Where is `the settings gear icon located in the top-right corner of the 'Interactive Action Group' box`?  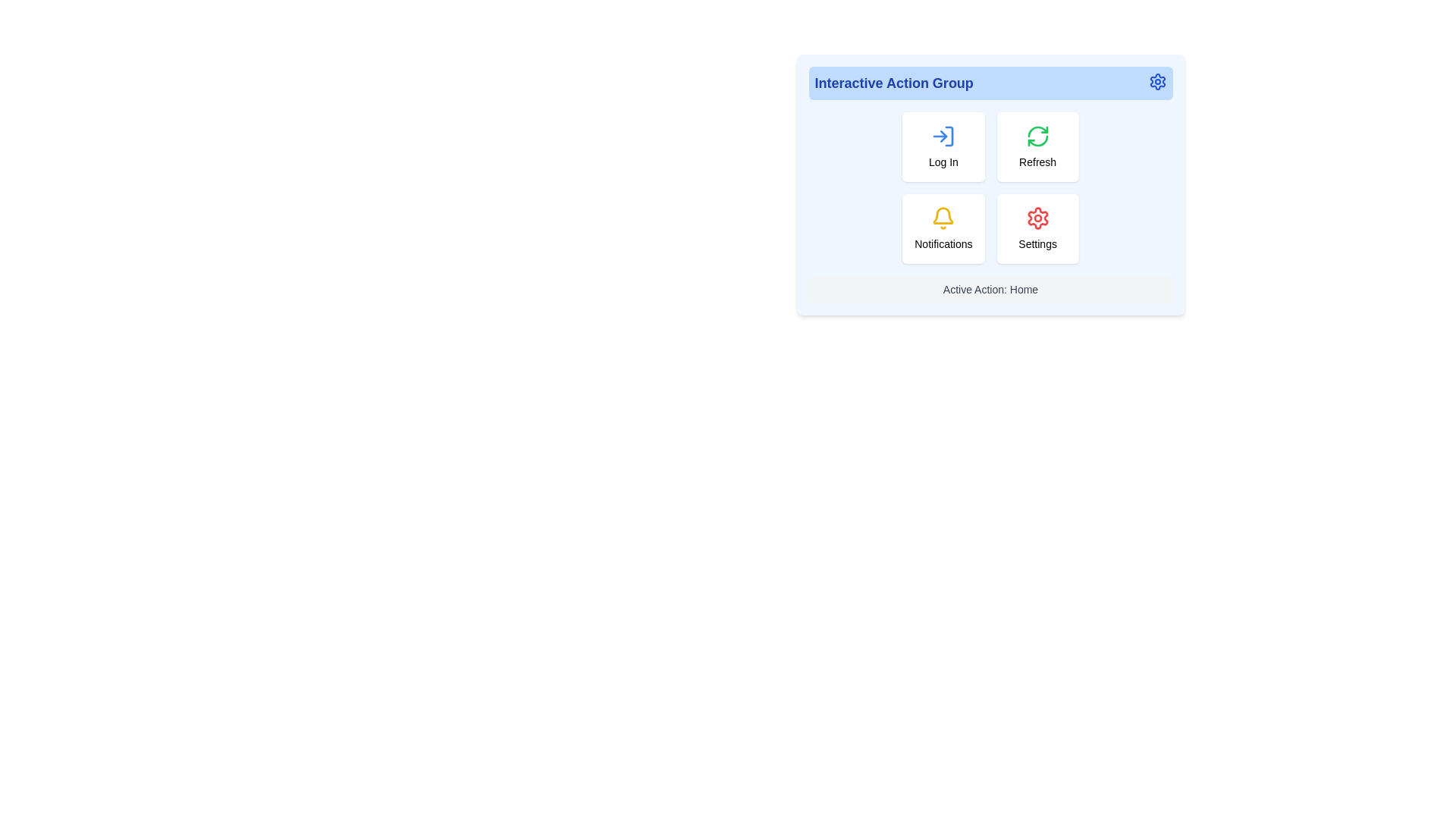 the settings gear icon located in the top-right corner of the 'Interactive Action Group' box is located at coordinates (1156, 82).